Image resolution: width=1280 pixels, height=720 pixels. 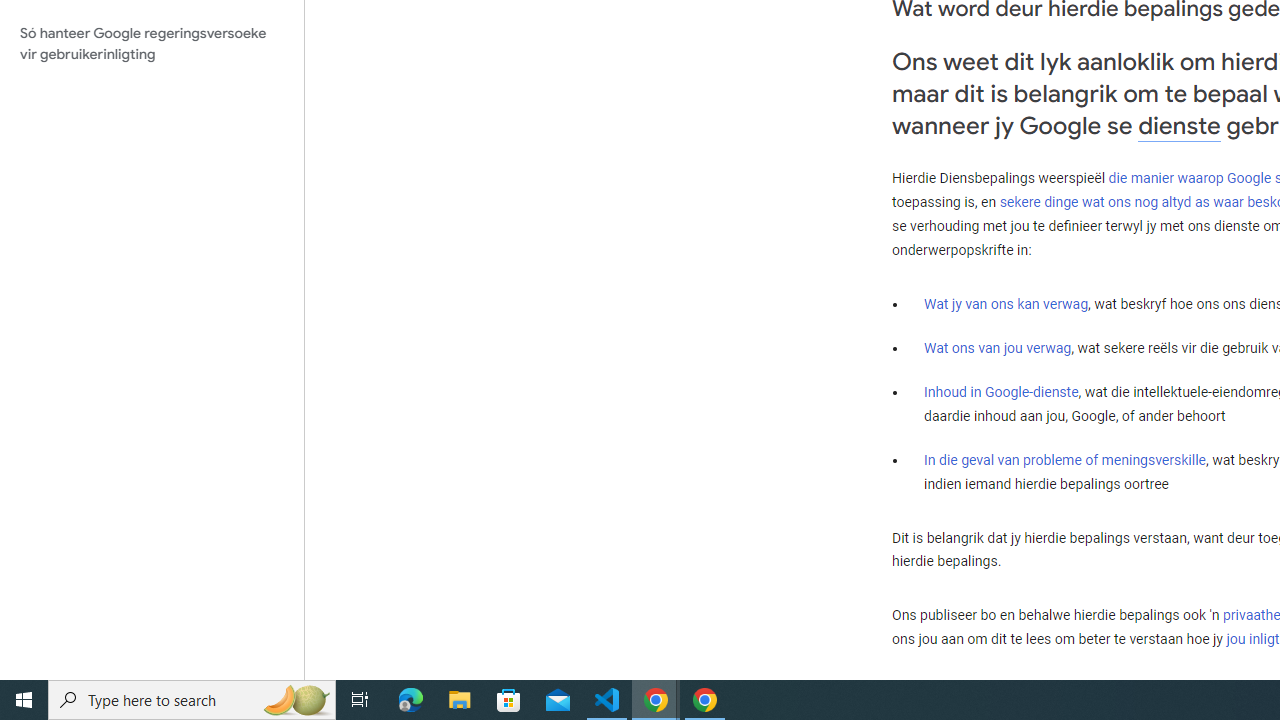 I want to click on 'File Explorer', so click(x=459, y=698).